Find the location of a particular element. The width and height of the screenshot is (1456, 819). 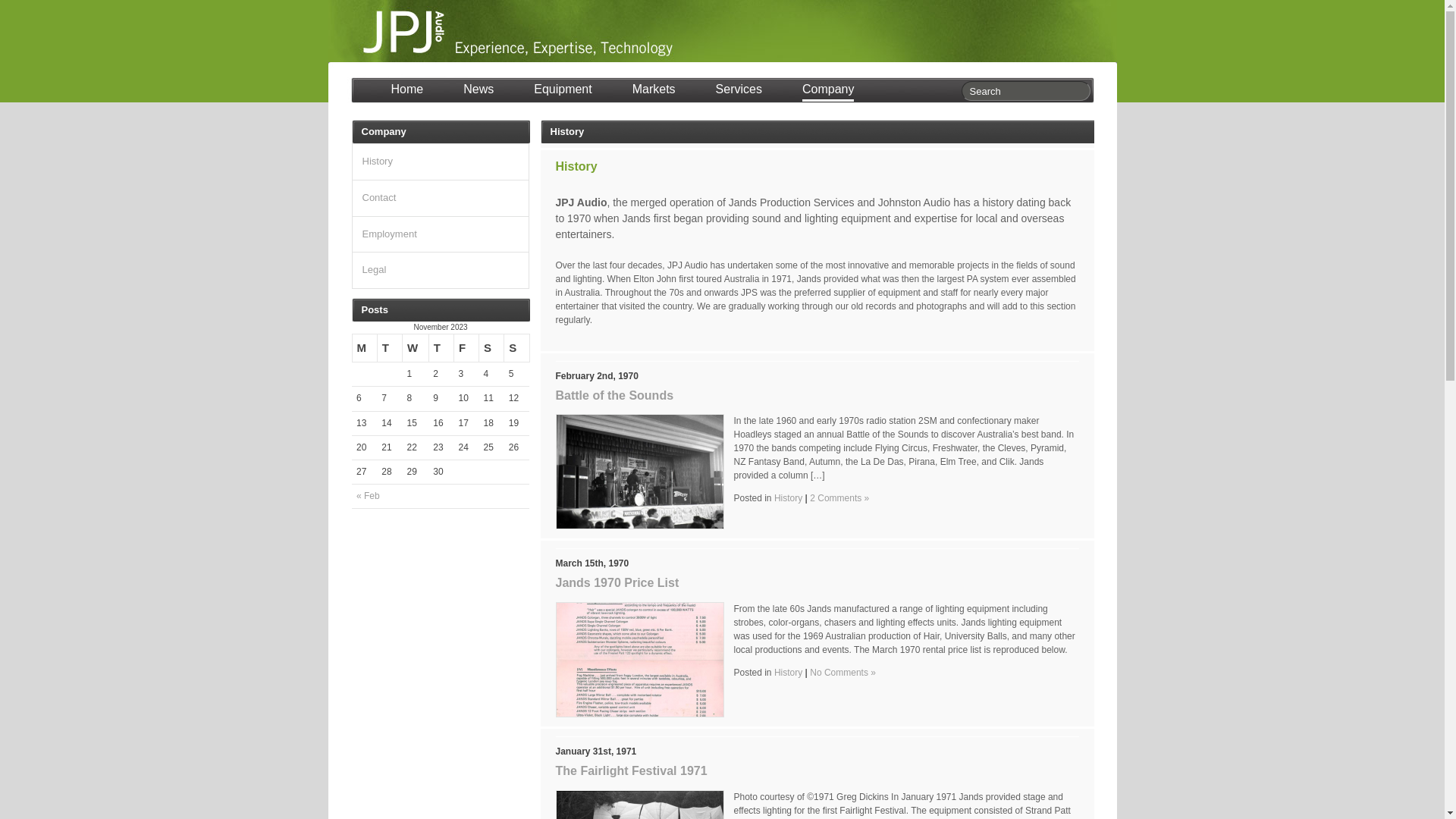

'Jands 1970 Price List' is located at coordinates (617, 582).